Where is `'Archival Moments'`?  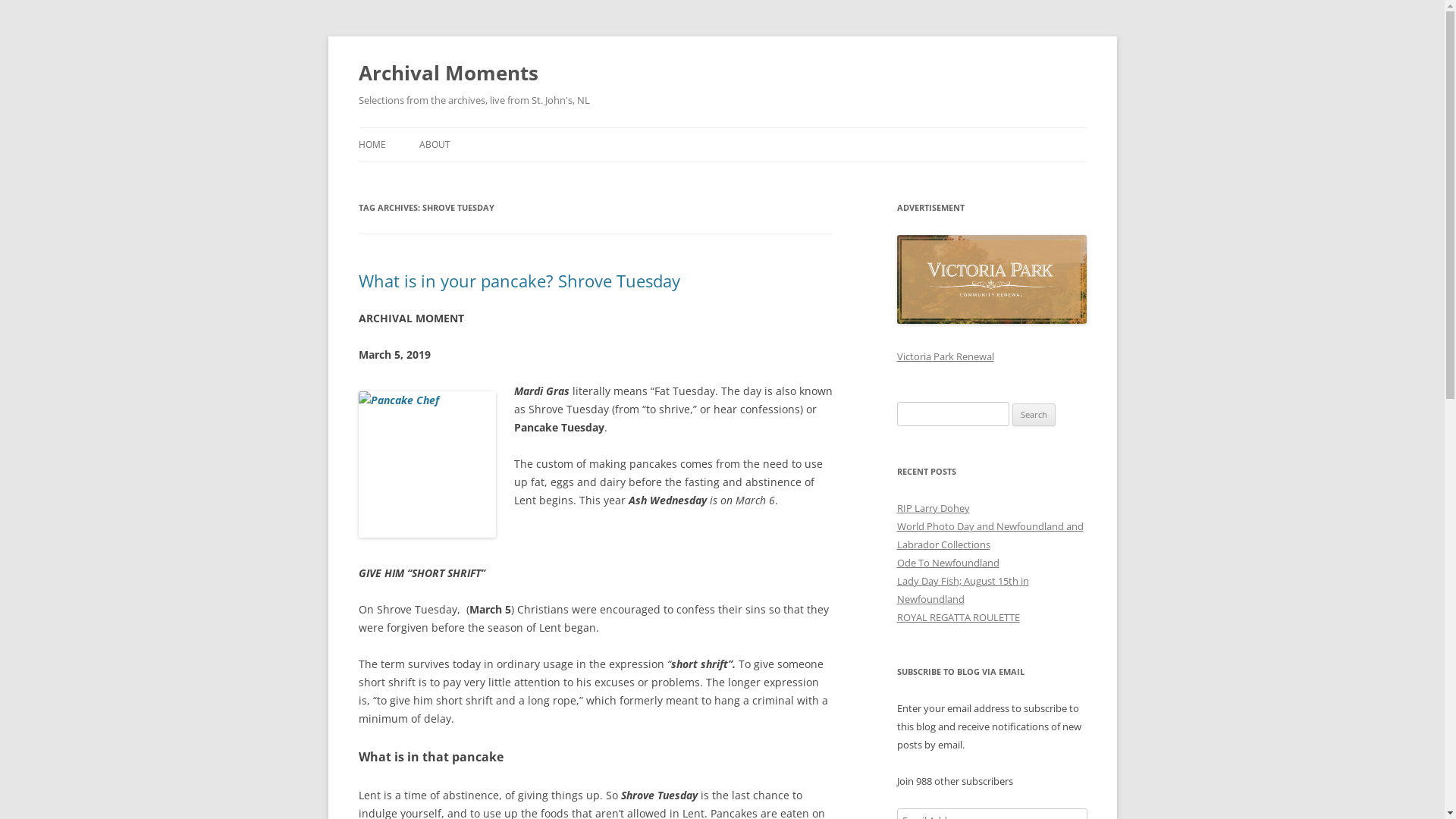
'Archival Moments' is located at coordinates (447, 73).